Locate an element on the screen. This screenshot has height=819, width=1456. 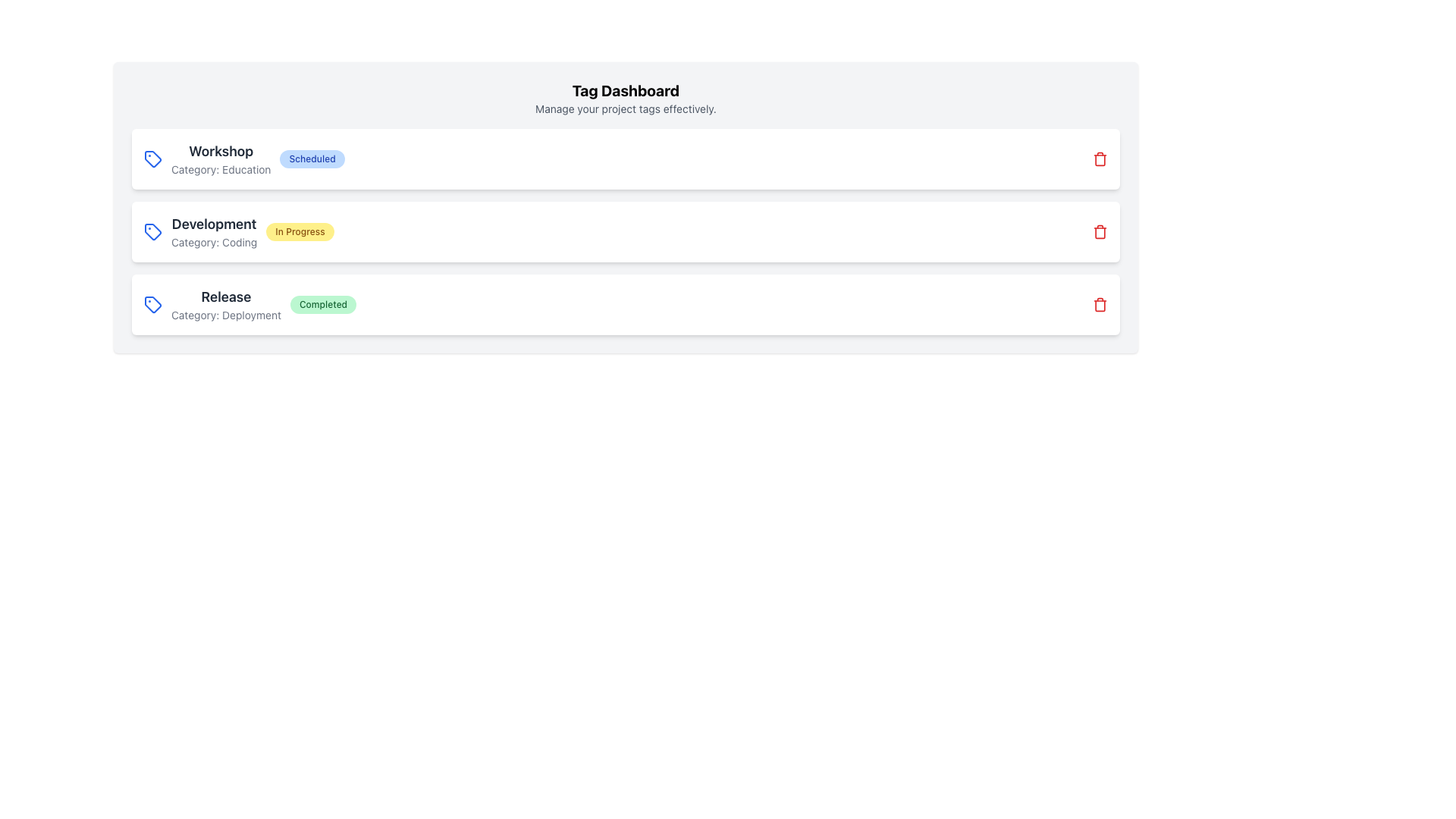
the decorative icon representing the 'Development' category in the Tag Dashboard, which is located adjacent to the label and status indicator 'In Progress' is located at coordinates (152, 231).